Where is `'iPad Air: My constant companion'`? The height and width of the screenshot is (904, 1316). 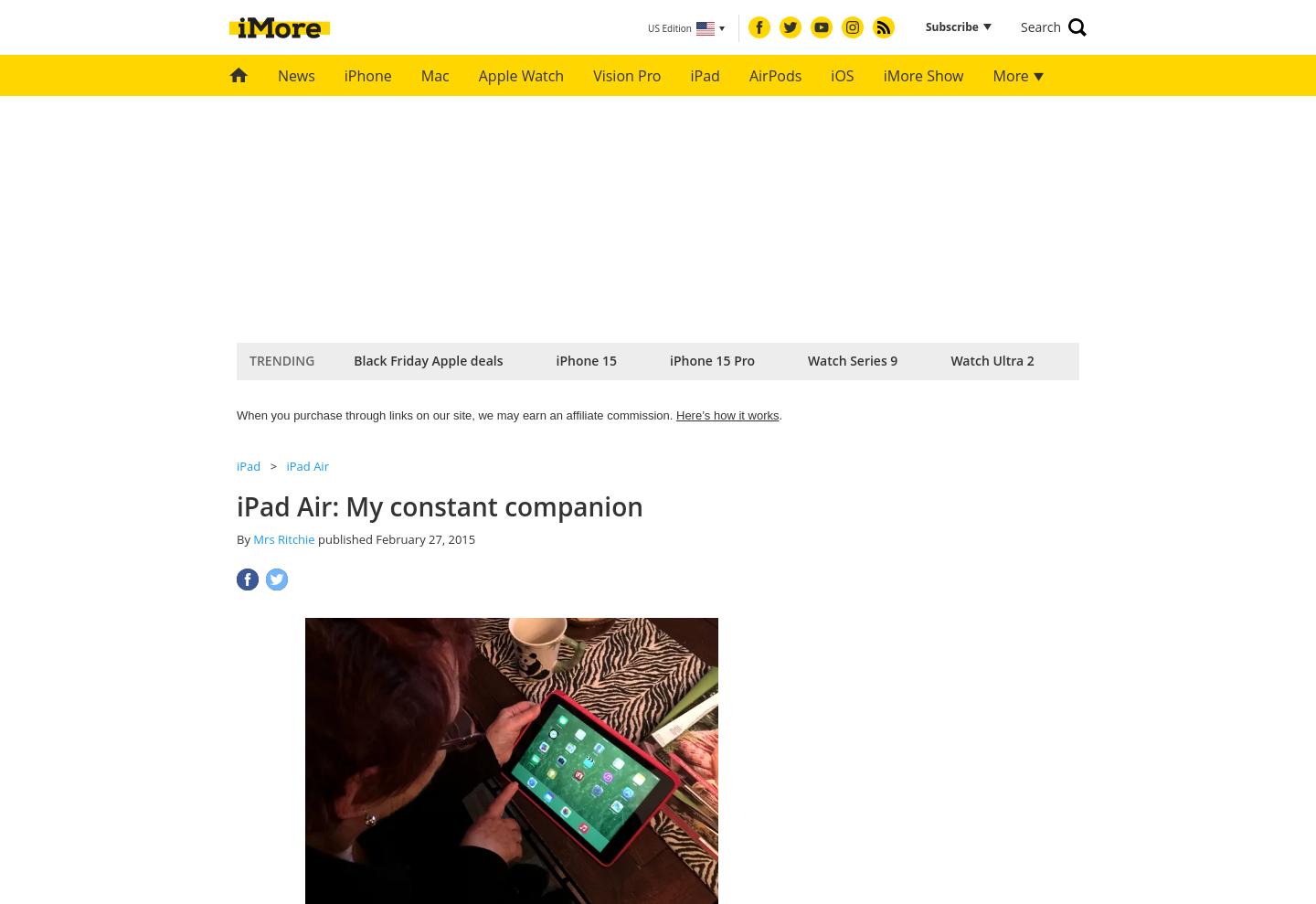
'iPad Air: My constant companion' is located at coordinates (439, 505).